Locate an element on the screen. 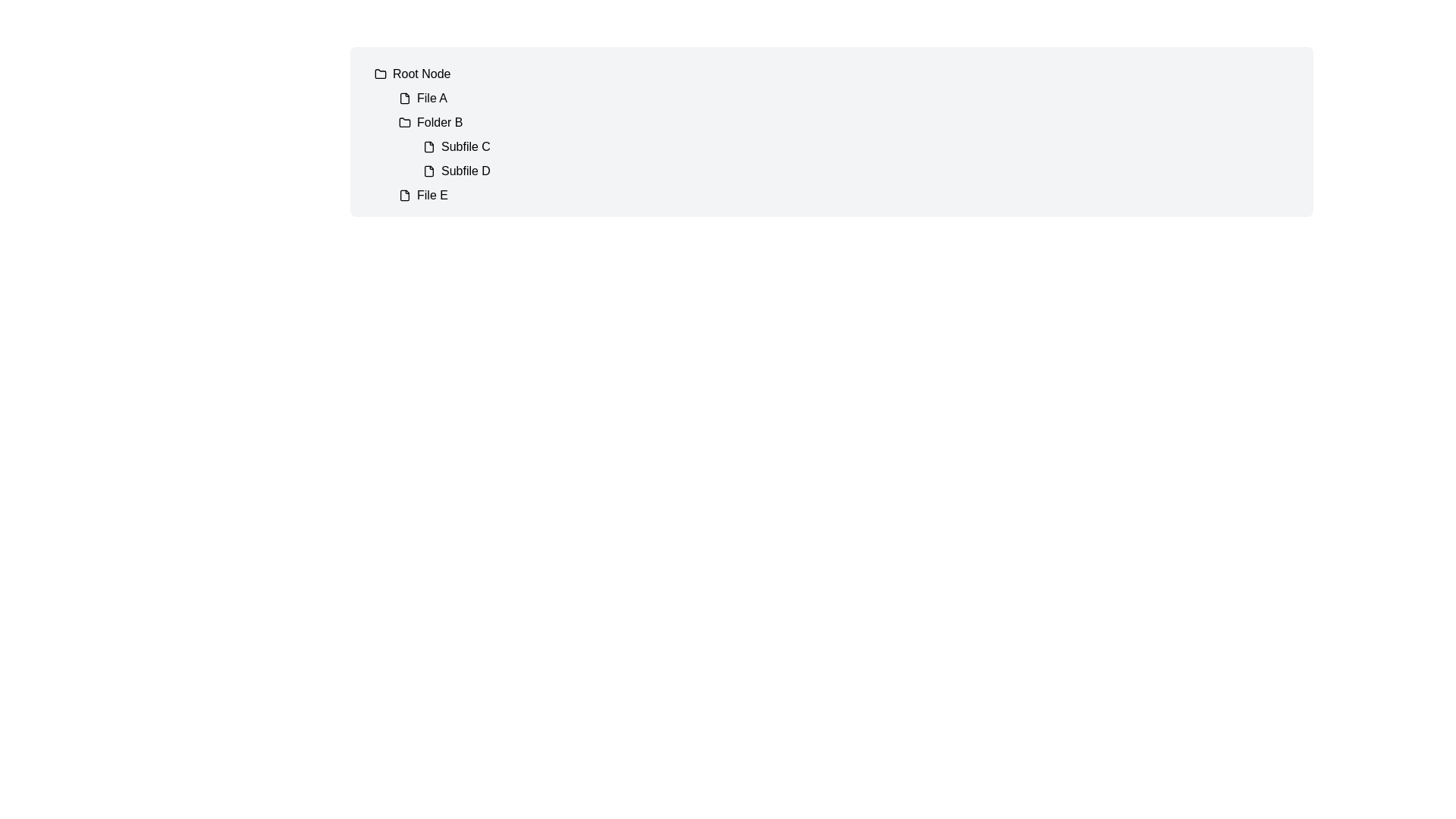 This screenshot has width=1456, height=819. the text label representing the file named 'File E' in the file tree structure under 'Root Node', positioned below 'Folder B' and at the same level as 'File A' is located at coordinates (431, 195).